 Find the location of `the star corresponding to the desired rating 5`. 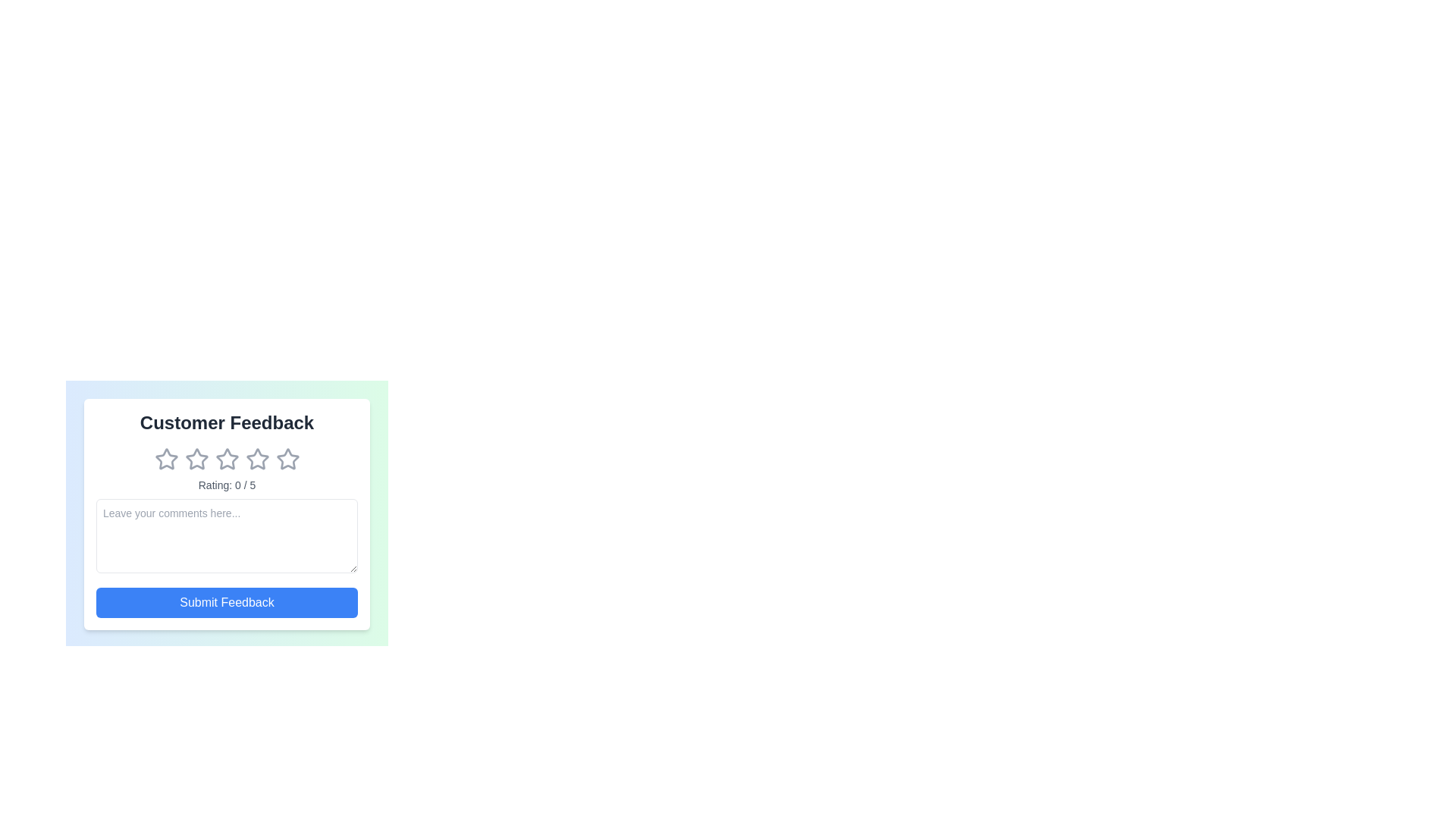

the star corresponding to the desired rating 5 is located at coordinates (287, 458).